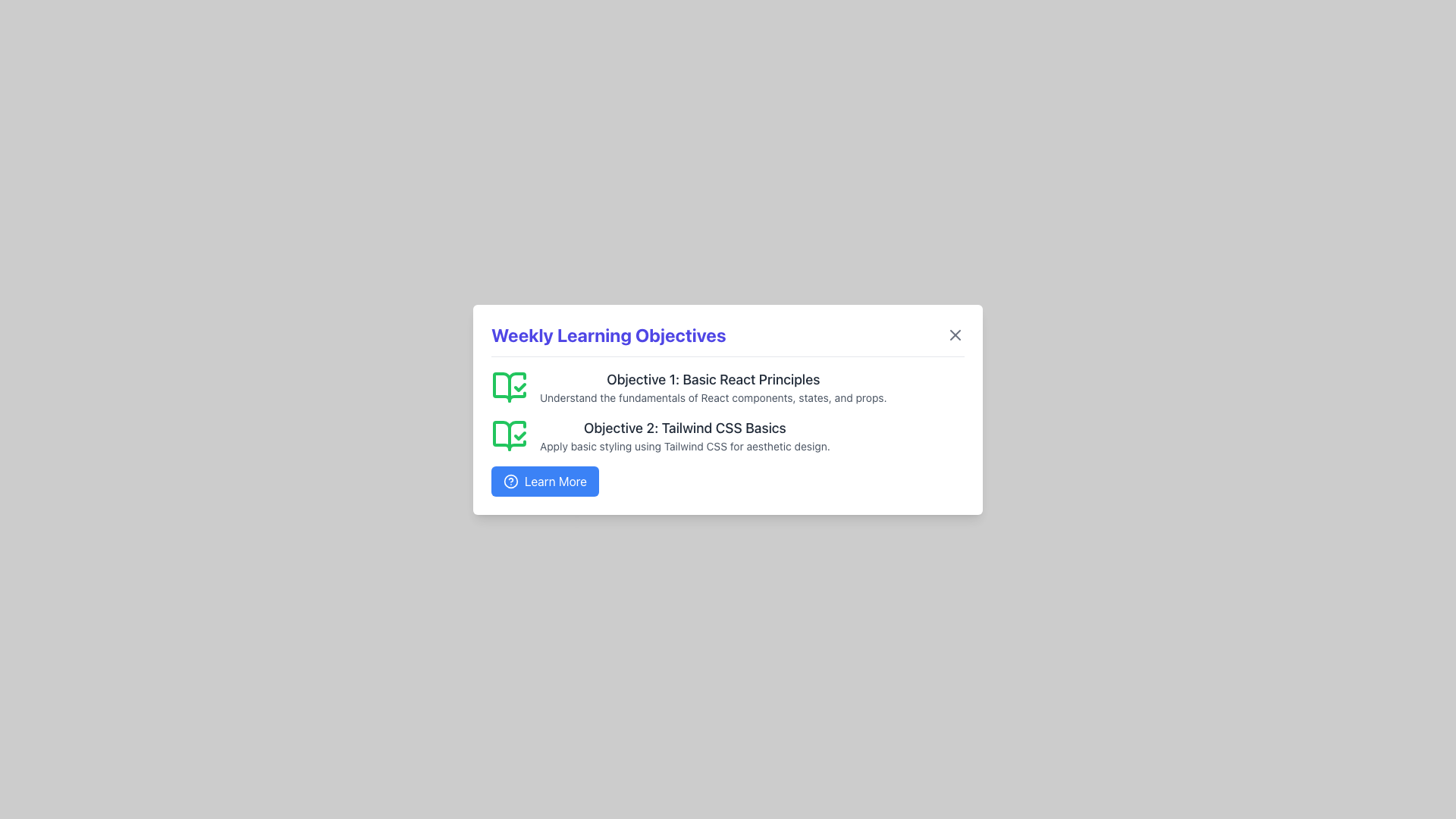 This screenshot has width=1456, height=819. I want to click on the text heading that displays 'Objective 1: Basic React Principles', styled with a large and bold font, located near the top of a modal dialog, so click(712, 378).